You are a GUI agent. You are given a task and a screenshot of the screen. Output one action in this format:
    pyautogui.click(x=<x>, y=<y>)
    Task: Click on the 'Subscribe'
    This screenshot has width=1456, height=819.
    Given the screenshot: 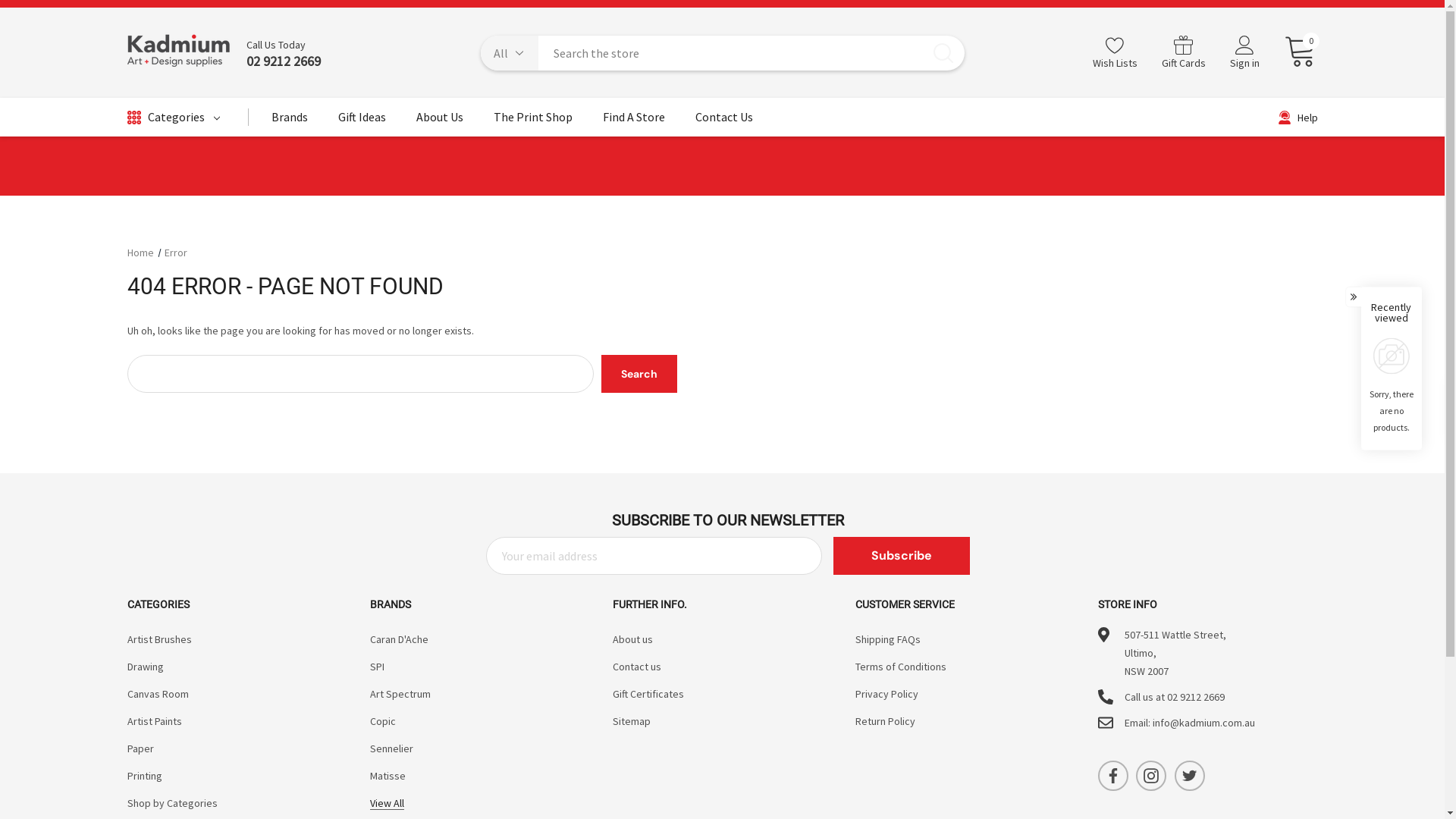 What is the action you would take?
    pyautogui.click(x=833, y=555)
    